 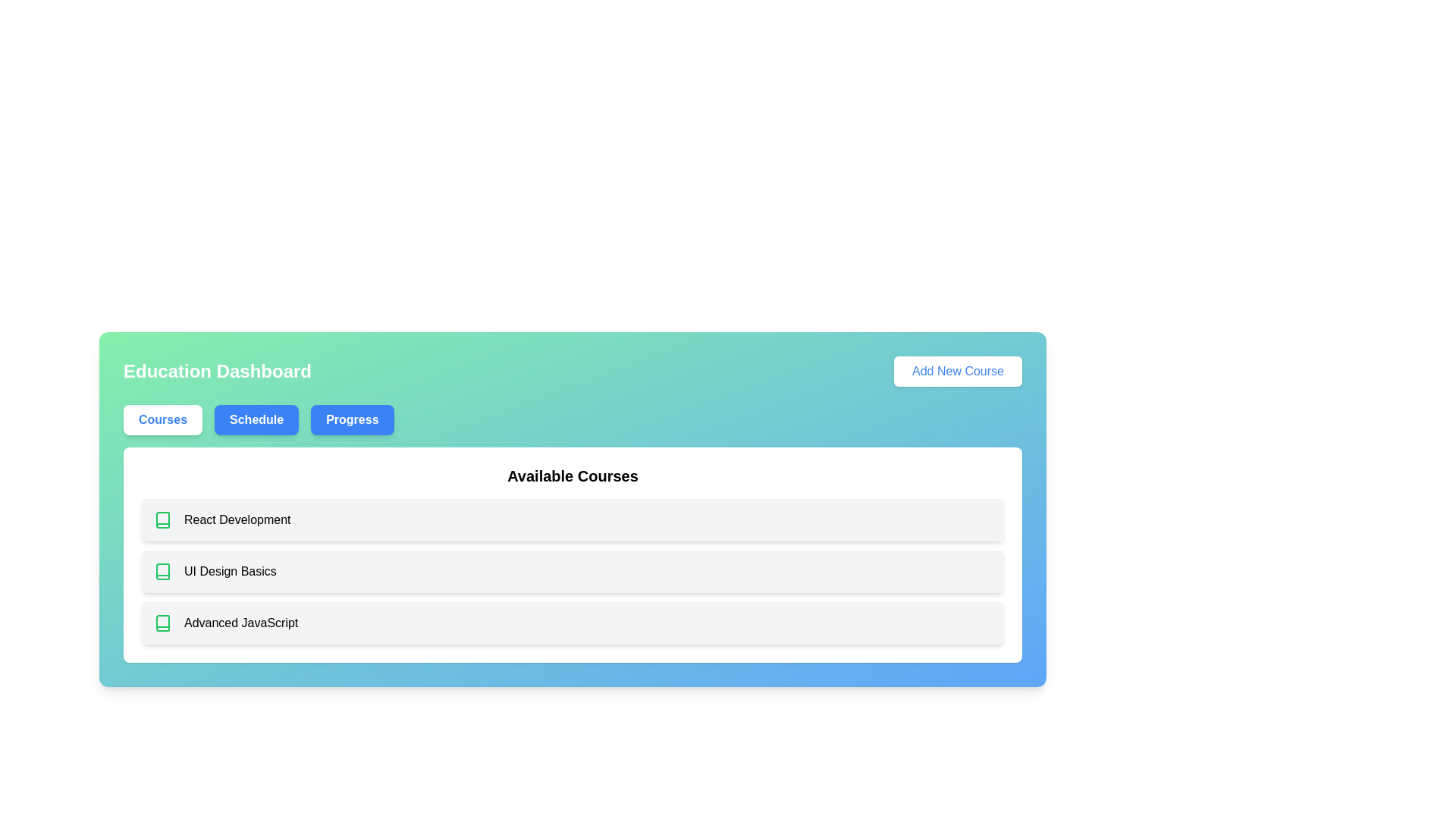 I want to click on the 'Available Courses' text heading, which is bold and larger, located at the top of the course list section, so click(x=572, y=475).